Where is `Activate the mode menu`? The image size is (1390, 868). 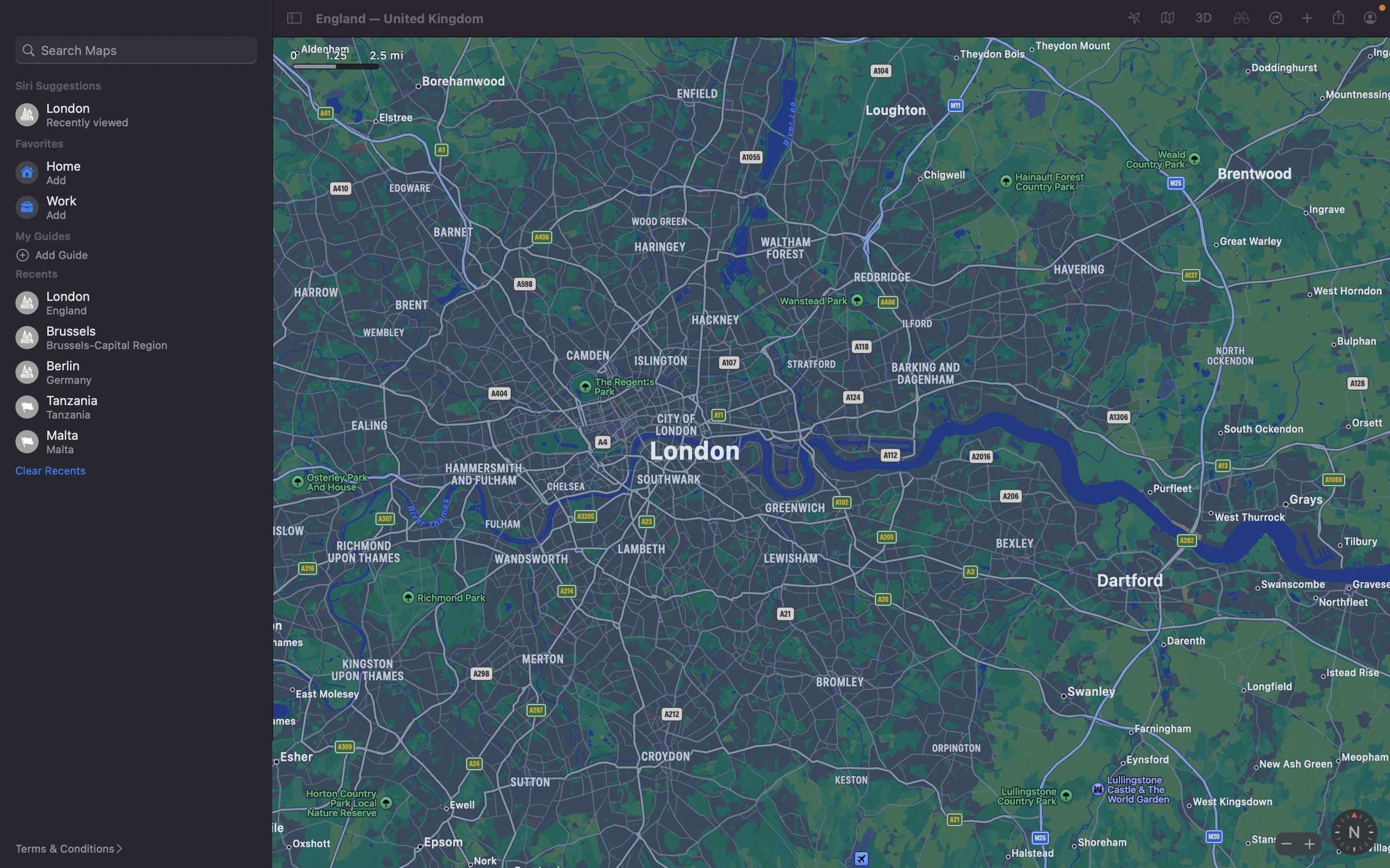 Activate the mode menu is located at coordinates (1165, 18).